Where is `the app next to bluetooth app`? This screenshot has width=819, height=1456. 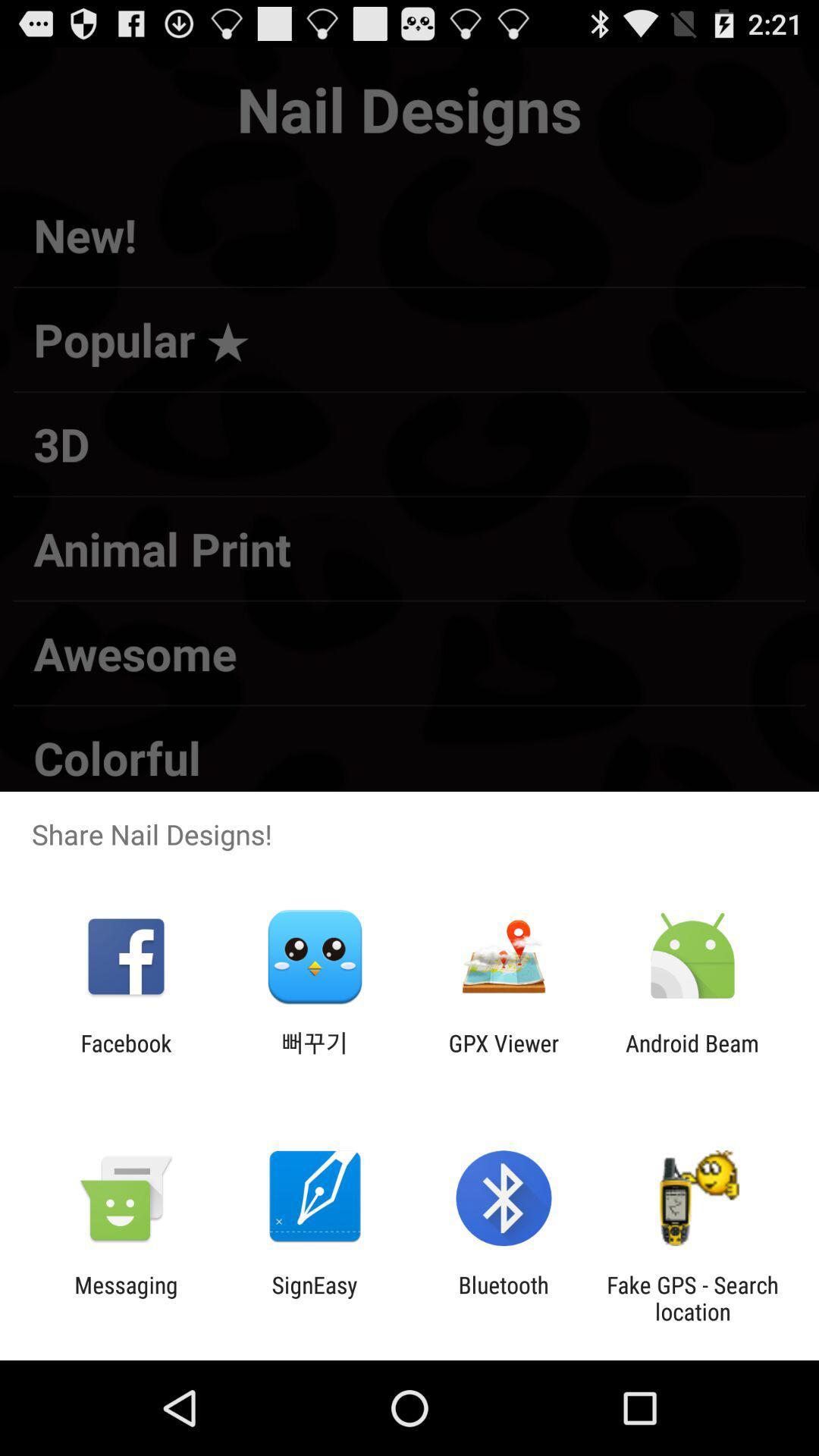 the app next to bluetooth app is located at coordinates (692, 1298).